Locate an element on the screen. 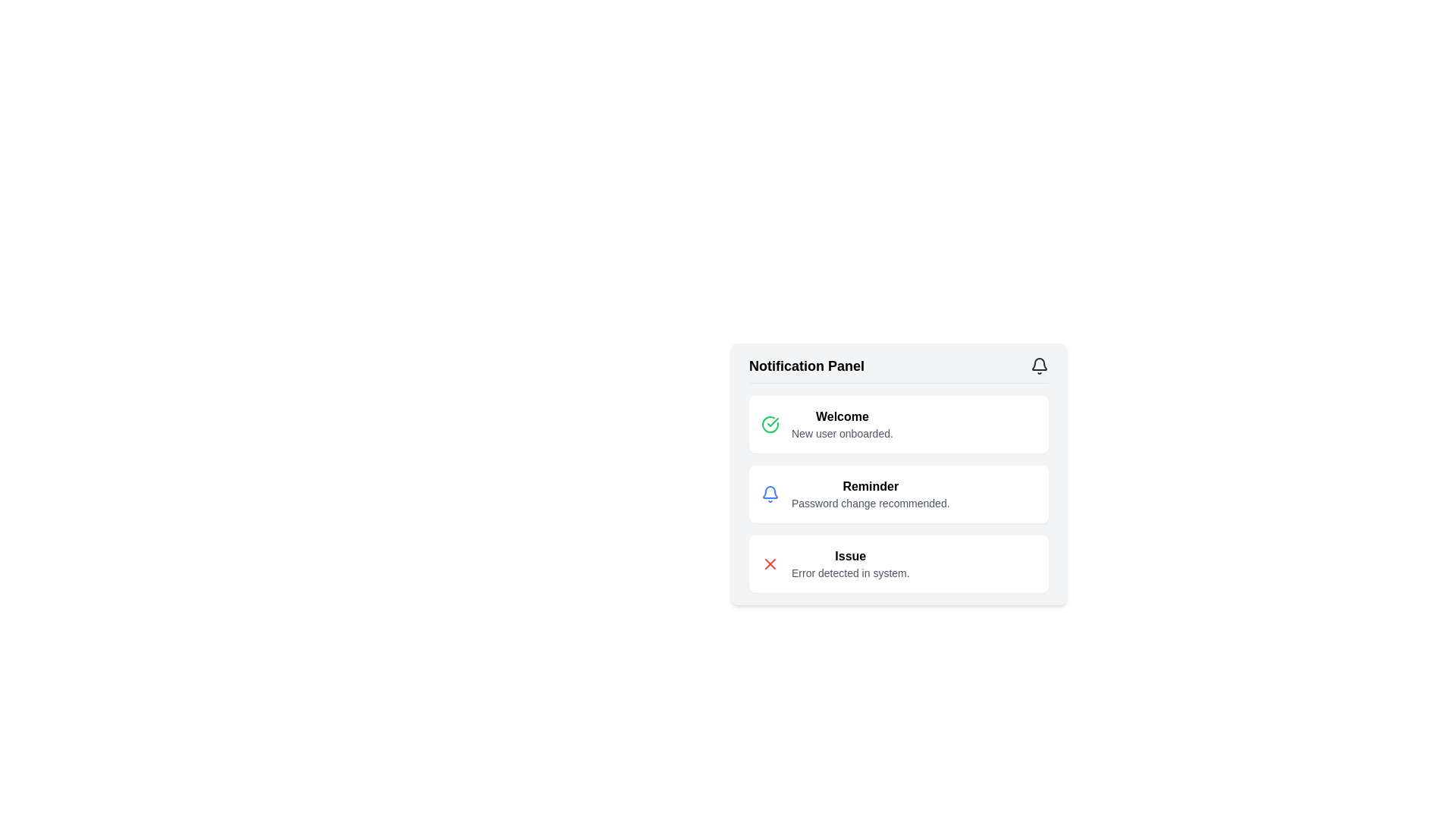 This screenshot has height=819, width=1456. the notification bell icon in the top-right corner of the Notification Panel is located at coordinates (1039, 366).